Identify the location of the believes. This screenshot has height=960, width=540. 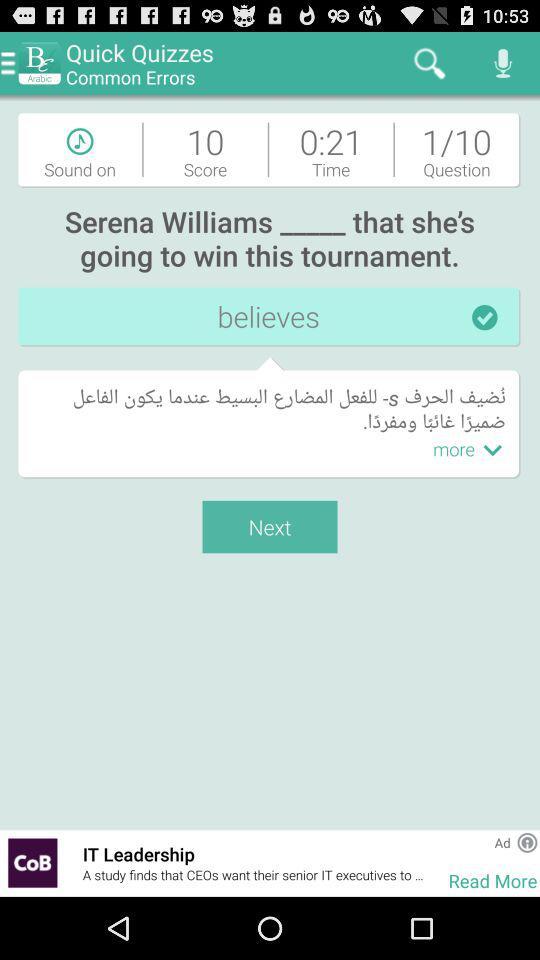
(270, 317).